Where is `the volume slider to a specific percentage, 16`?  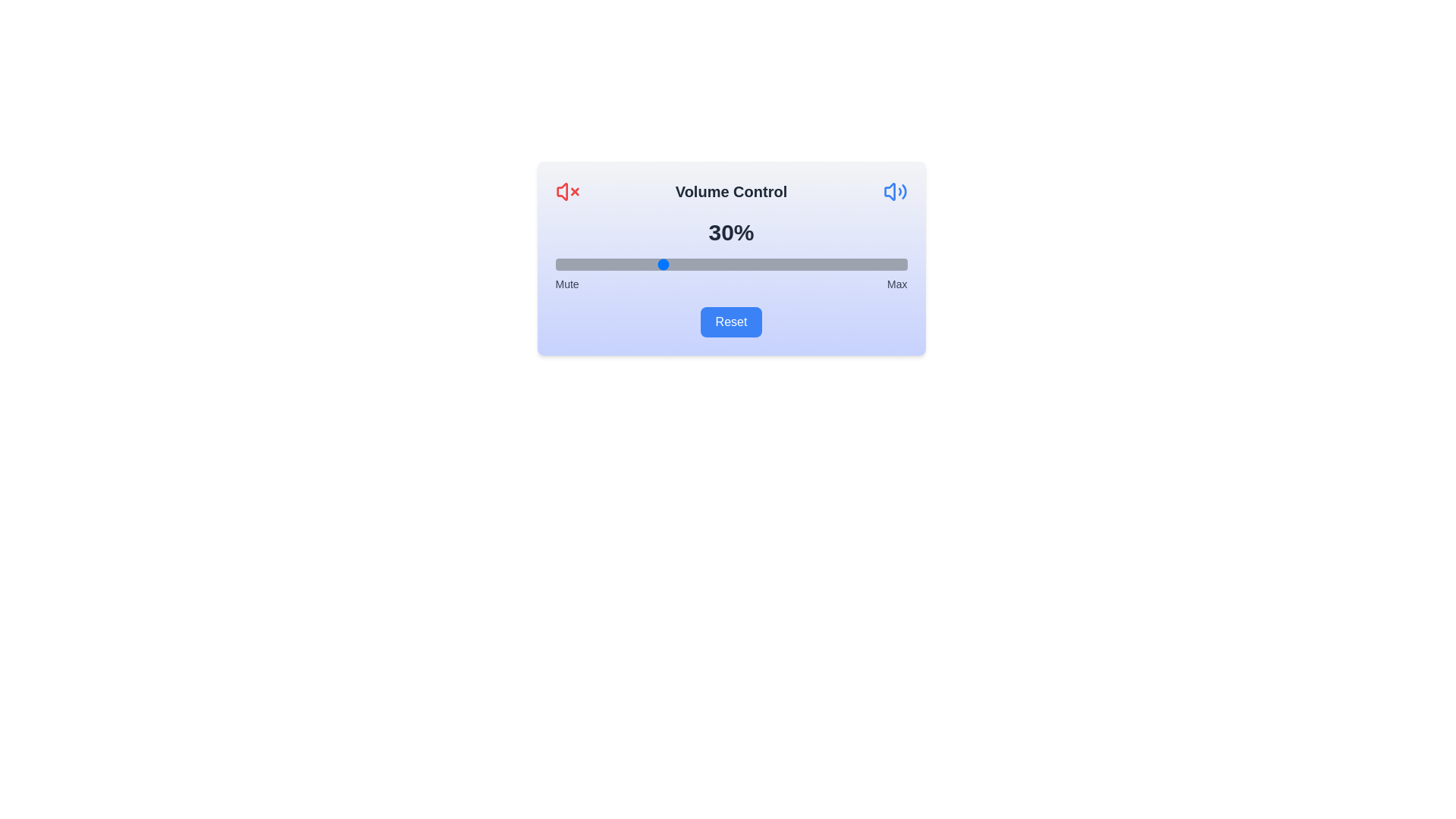
the volume slider to a specific percentage, 16 is located at coordinates (611, 263).